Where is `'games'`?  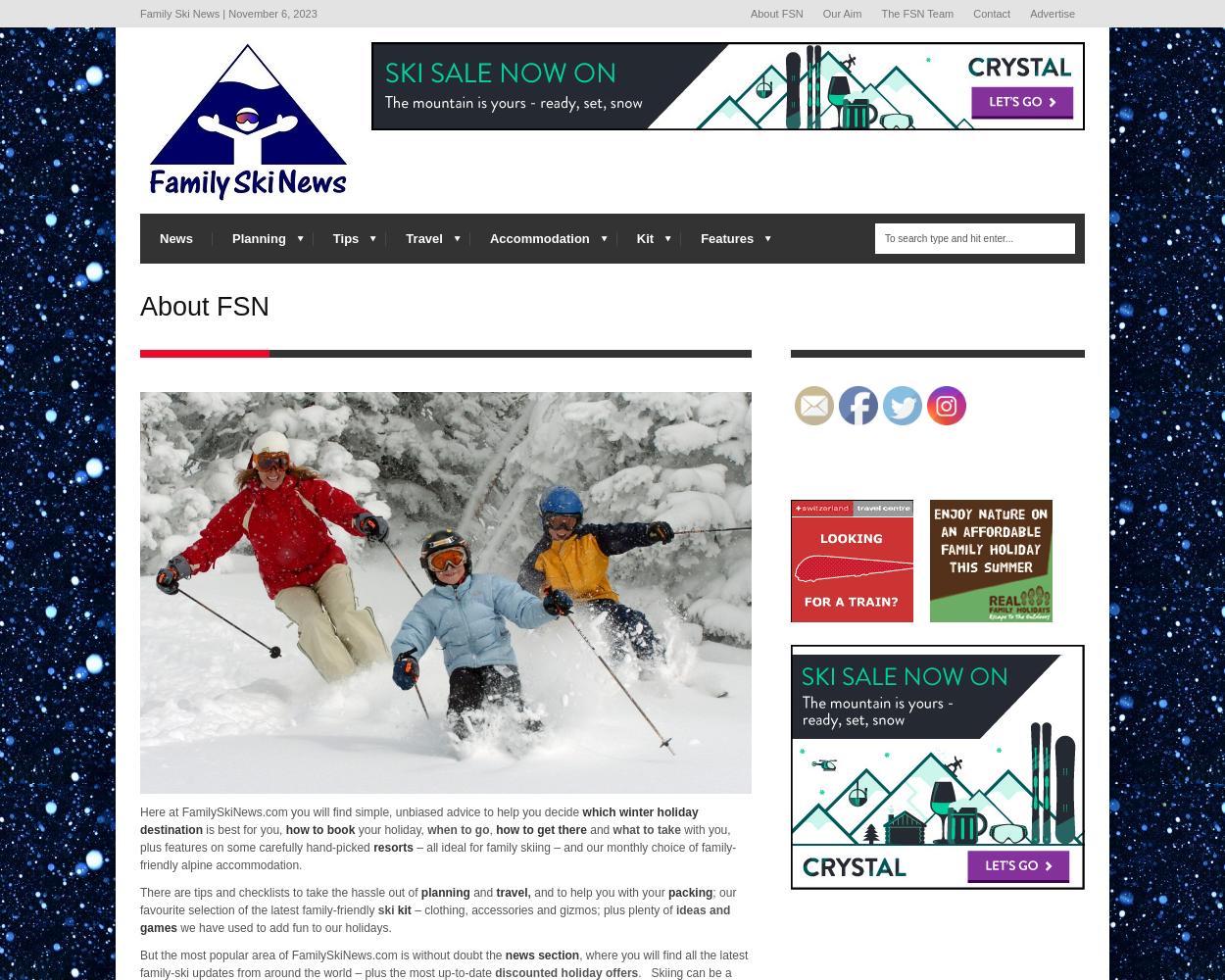 'games' is located at coordinates (159, 926).